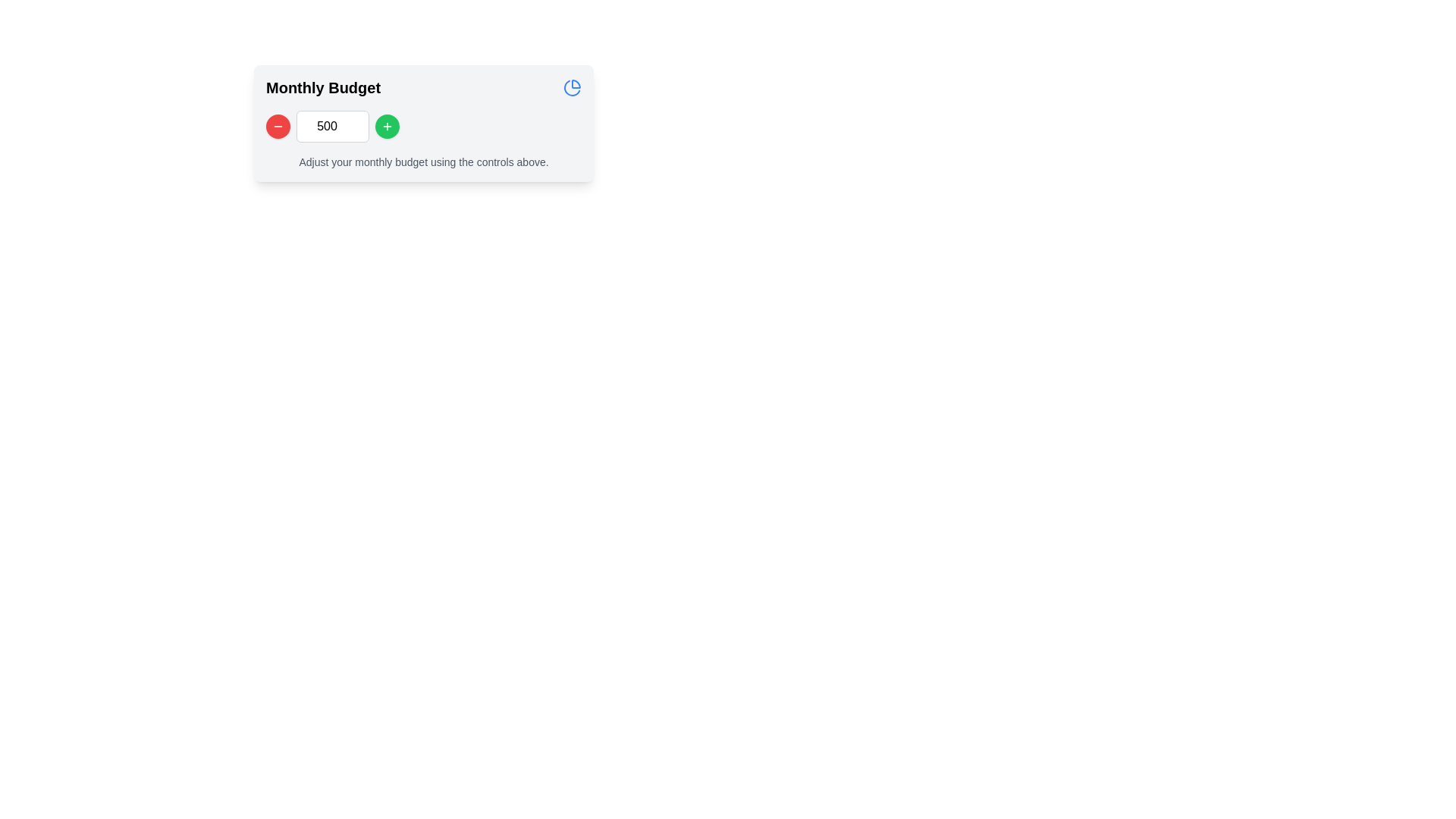 The height and width of the screenshot is (819, 1456). I want to click on the fifth button located to the right of the numeric input box to increase the displayed value, so click(387, 125).